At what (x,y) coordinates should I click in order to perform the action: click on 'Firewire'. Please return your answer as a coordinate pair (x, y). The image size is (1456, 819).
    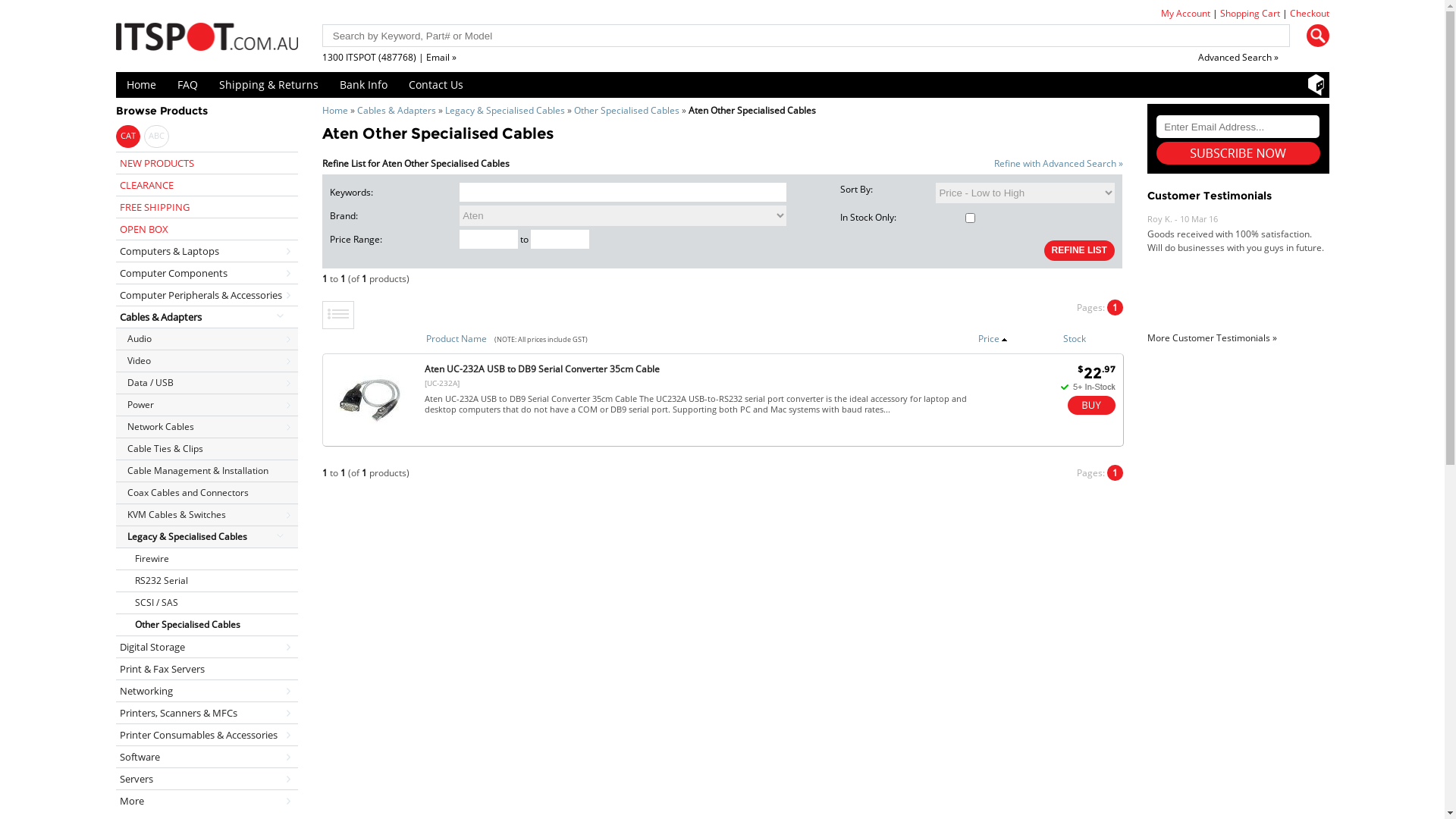
    Looking at the image, I should click on (115, 558).